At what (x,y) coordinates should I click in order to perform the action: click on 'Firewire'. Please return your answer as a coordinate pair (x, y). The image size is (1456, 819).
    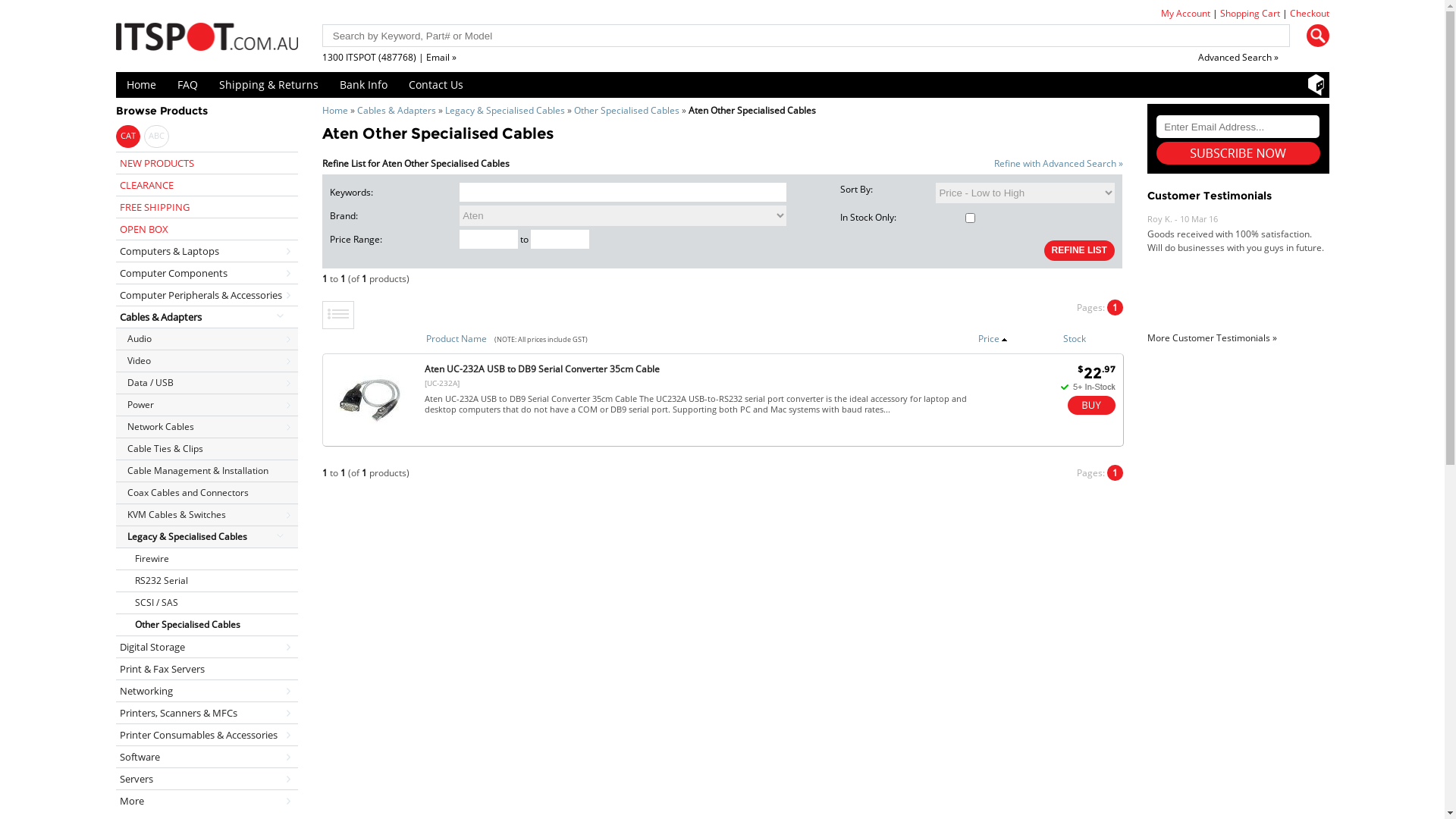
    Looking at the image, I should click on (115, 558).